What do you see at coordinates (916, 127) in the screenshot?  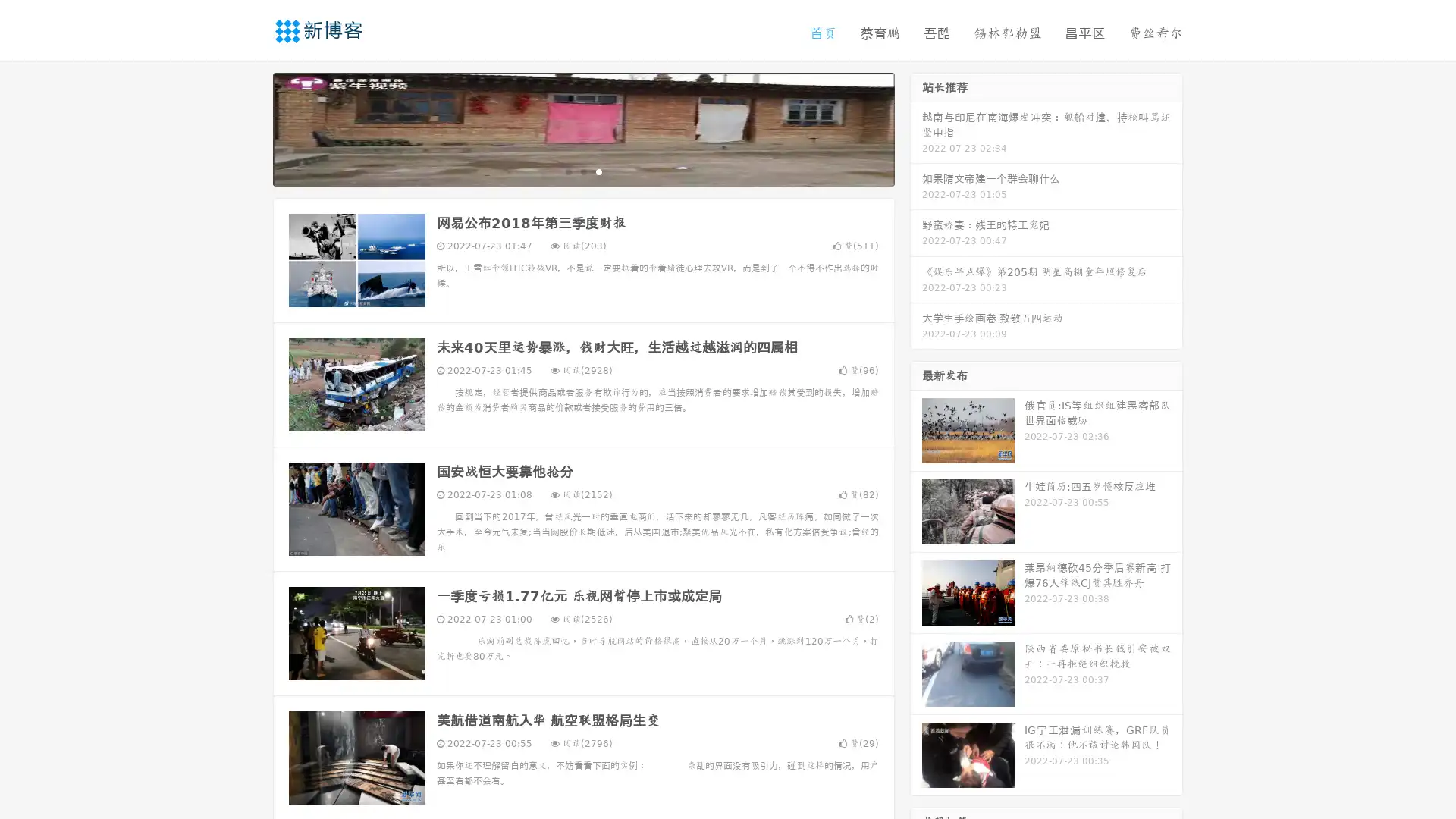 I see `Next slide` at bounding box center [916, 127].